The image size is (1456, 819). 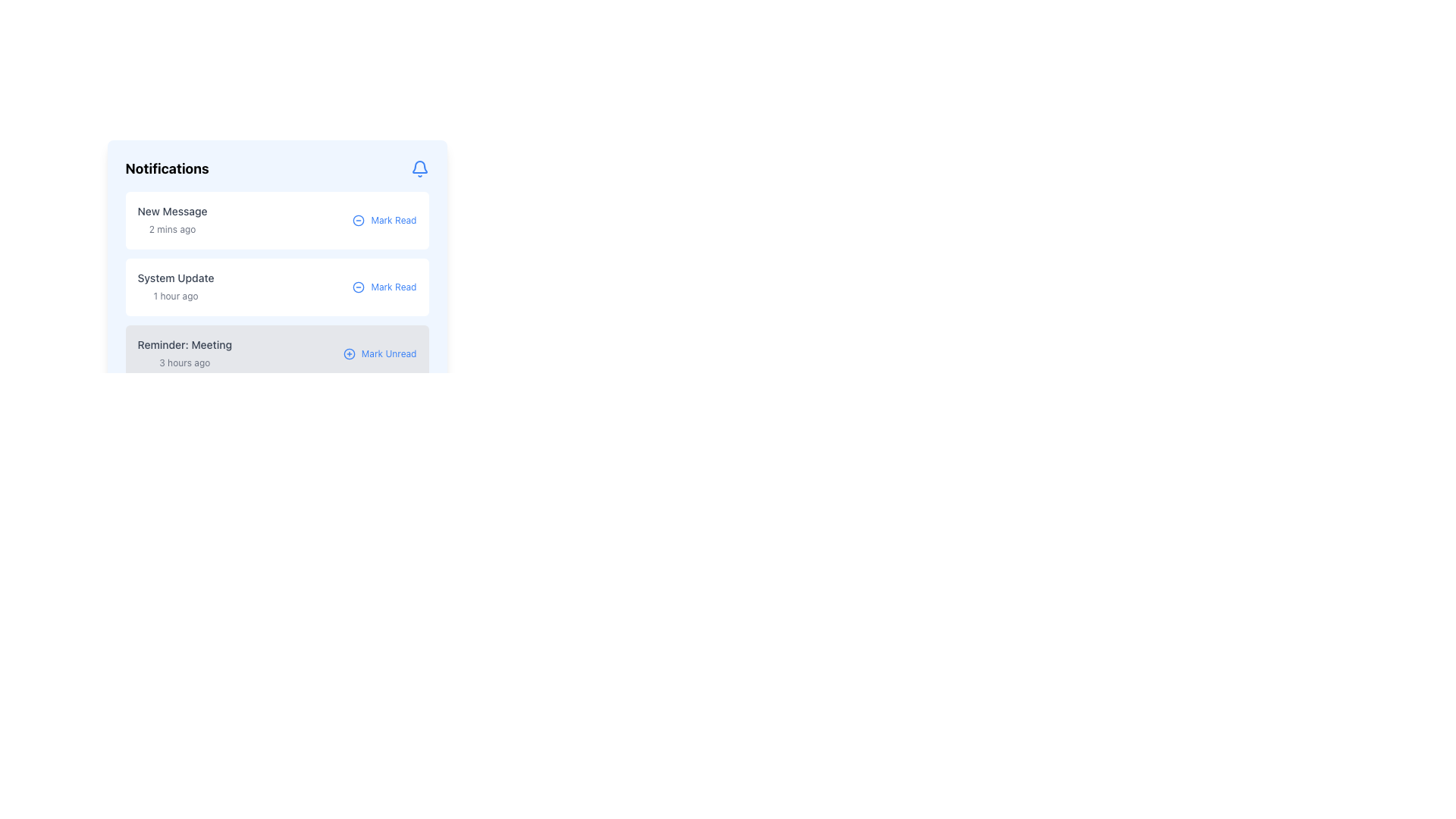 I want to click on the circular button icon with a plus sign, which is located to the immediate left of the 'Mark Unread' text, so click(x=348, y=353).